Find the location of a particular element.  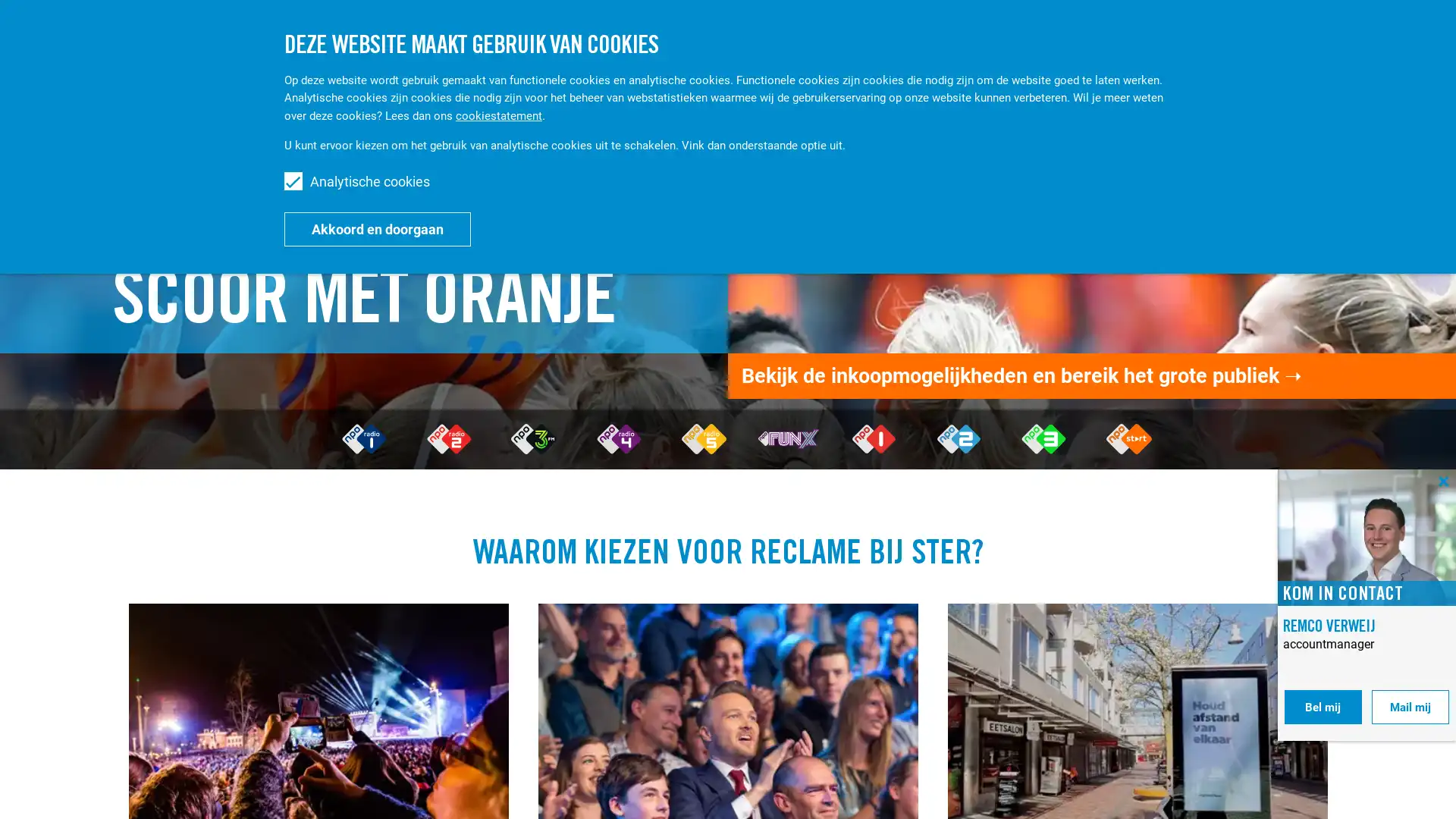

Bel mij is located at coordinates (1322, 707).